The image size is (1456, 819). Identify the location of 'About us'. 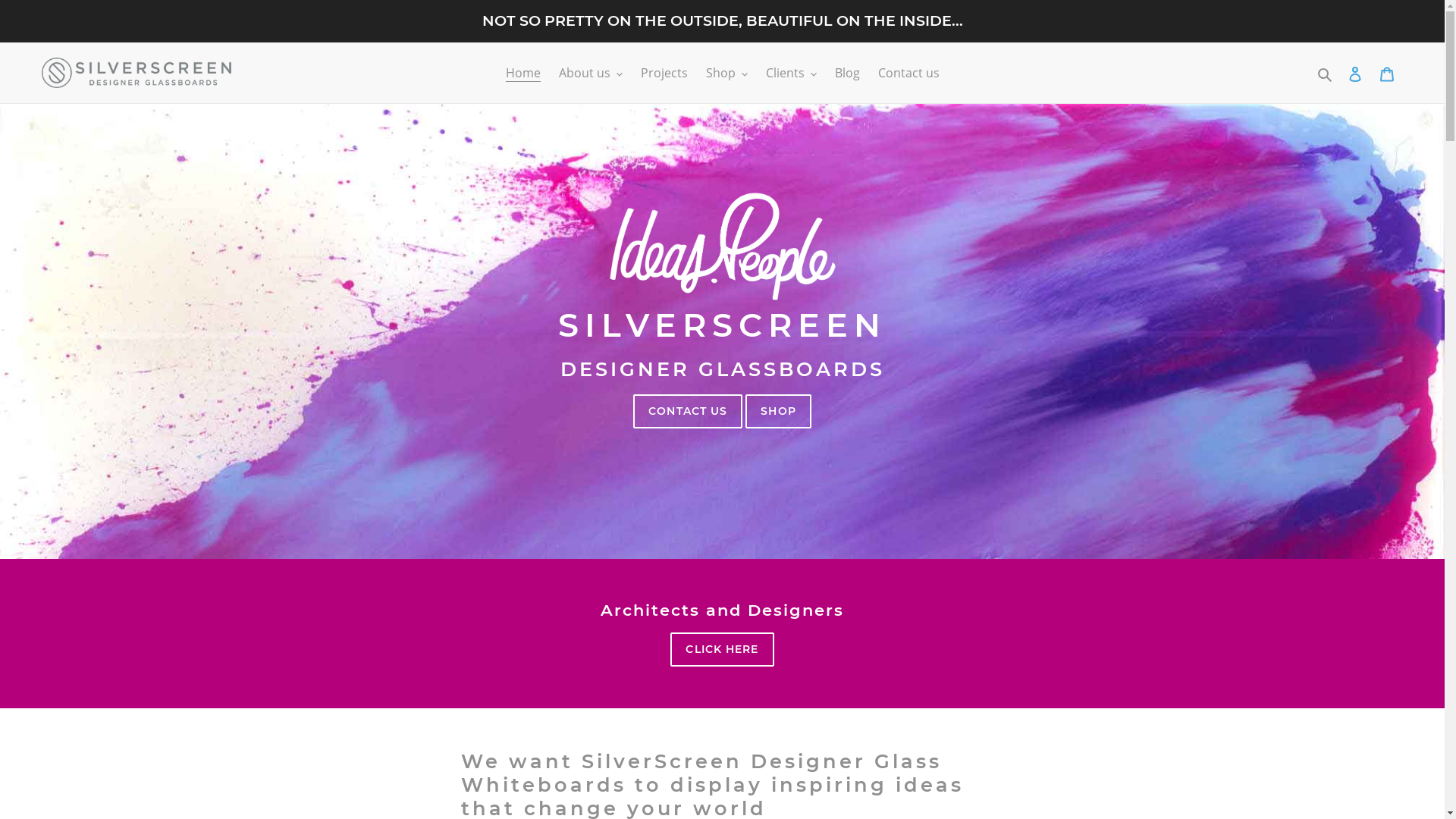
(588, 73).